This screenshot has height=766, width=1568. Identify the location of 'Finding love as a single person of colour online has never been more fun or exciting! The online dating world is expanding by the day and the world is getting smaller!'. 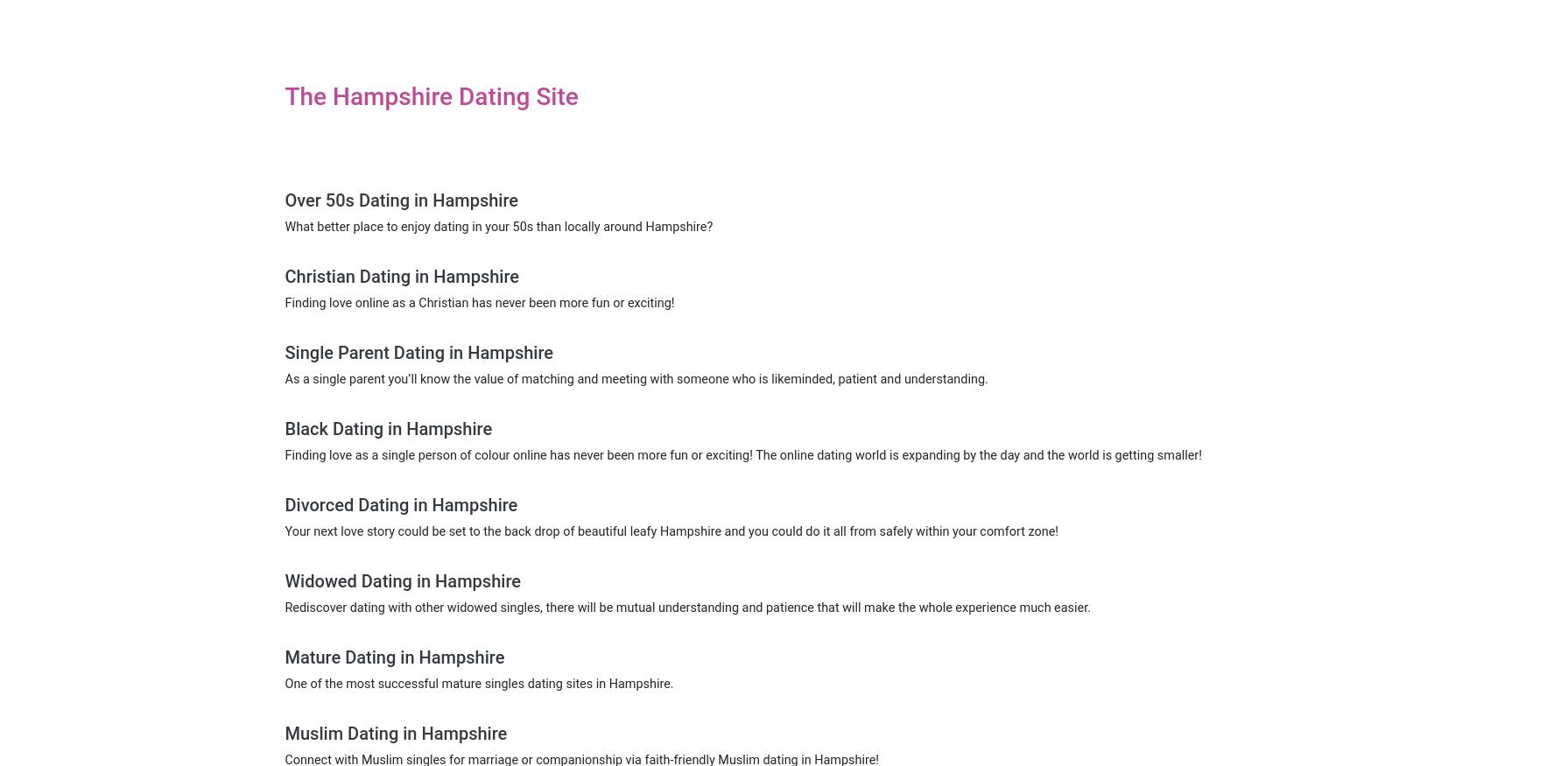
(742, 454).